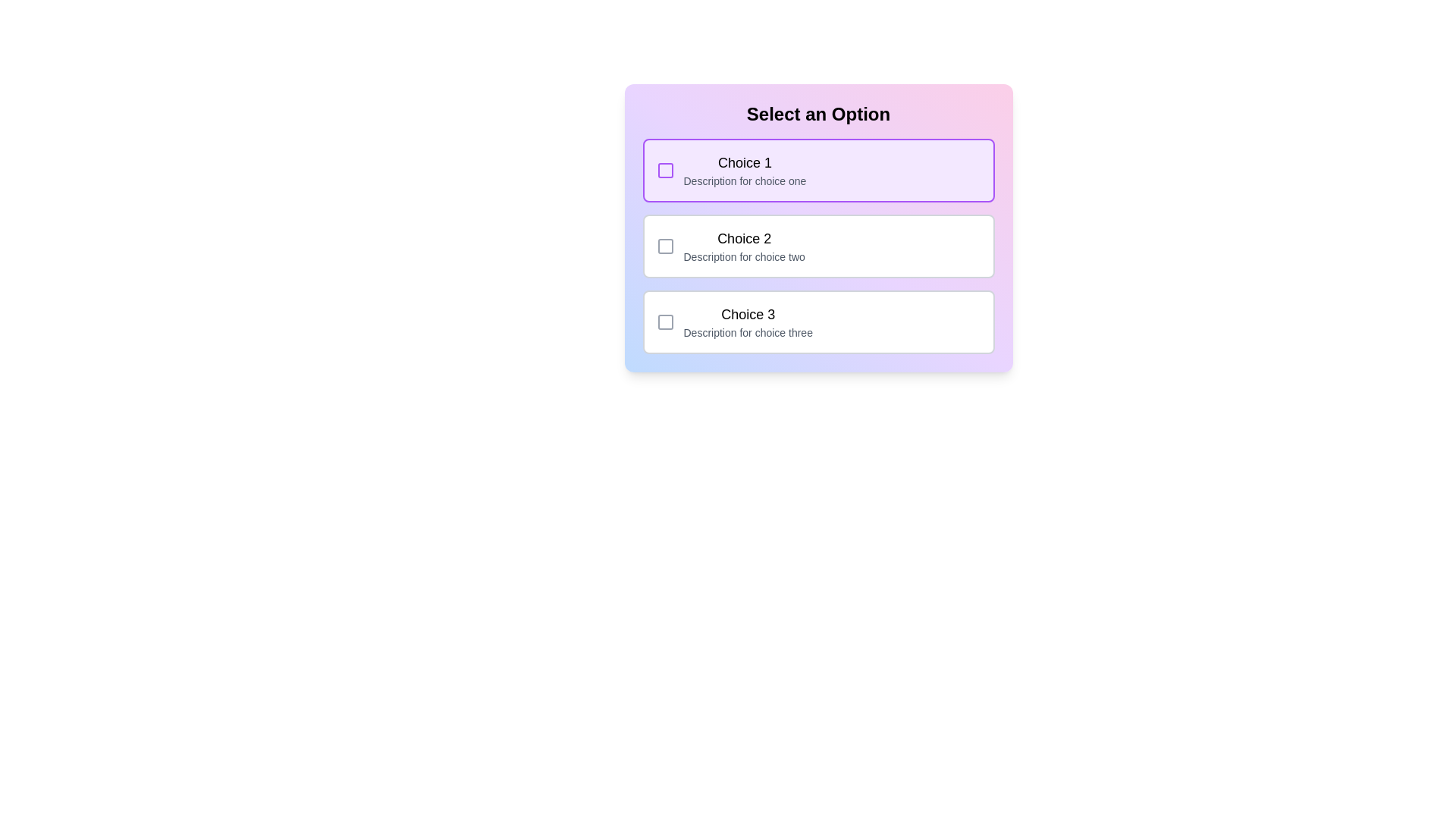  What do you see at coordinates (817, 321) in the screenshot?
I see `the selectable option row for 'Choice 3' in the selection form` at bounding box center [817, 321].